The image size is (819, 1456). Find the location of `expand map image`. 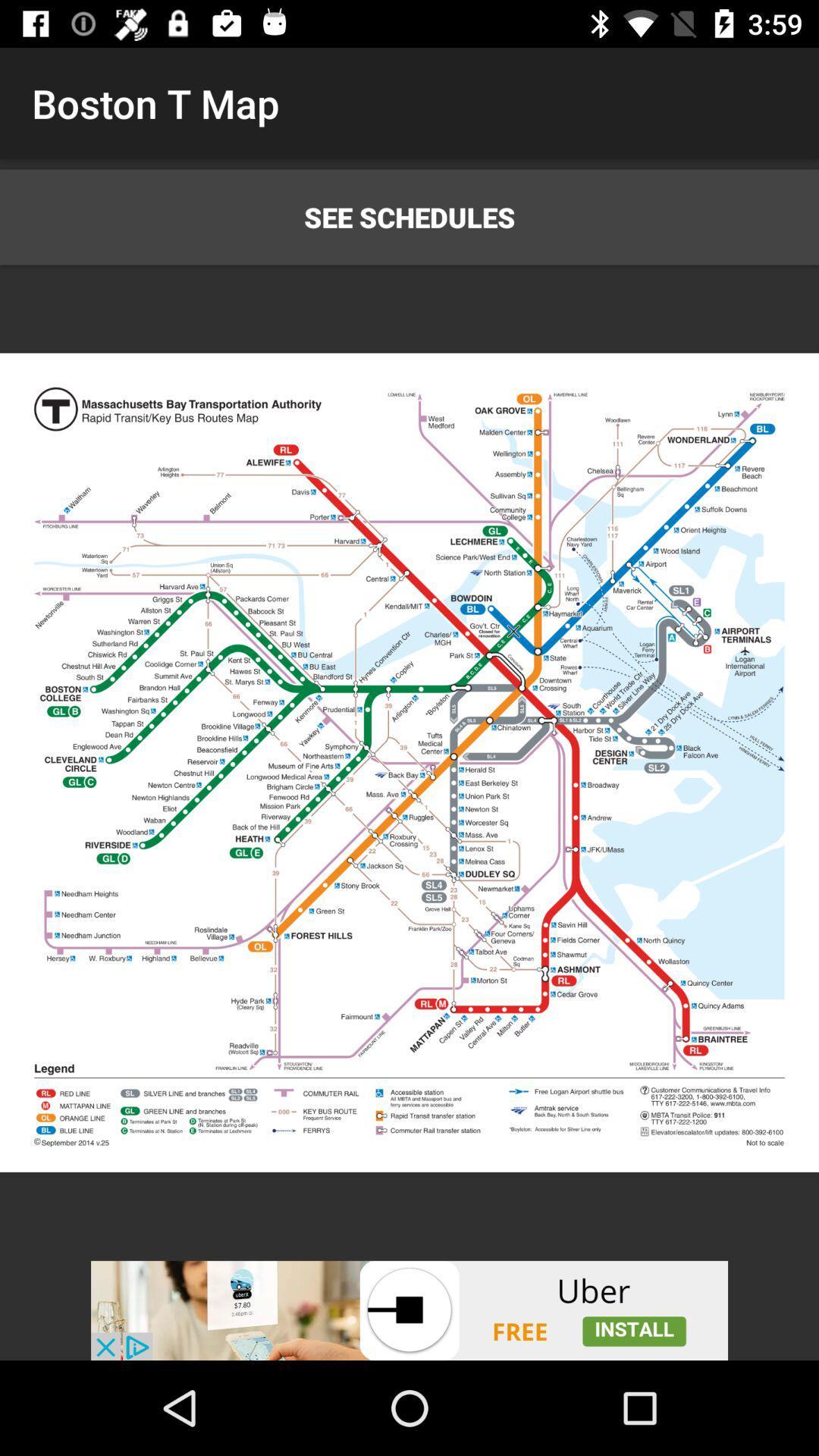

expand map image is located at coordinates (409, 763).